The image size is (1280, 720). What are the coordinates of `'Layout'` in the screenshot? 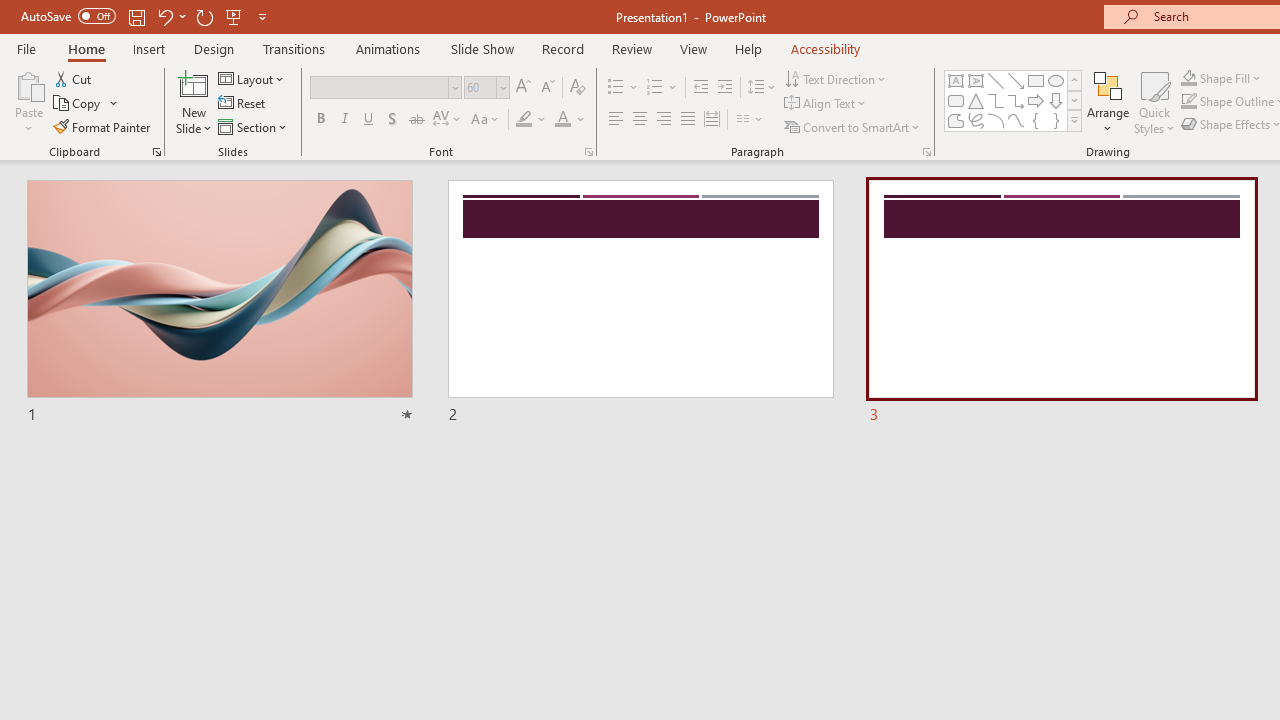 It's located at (251, 78).